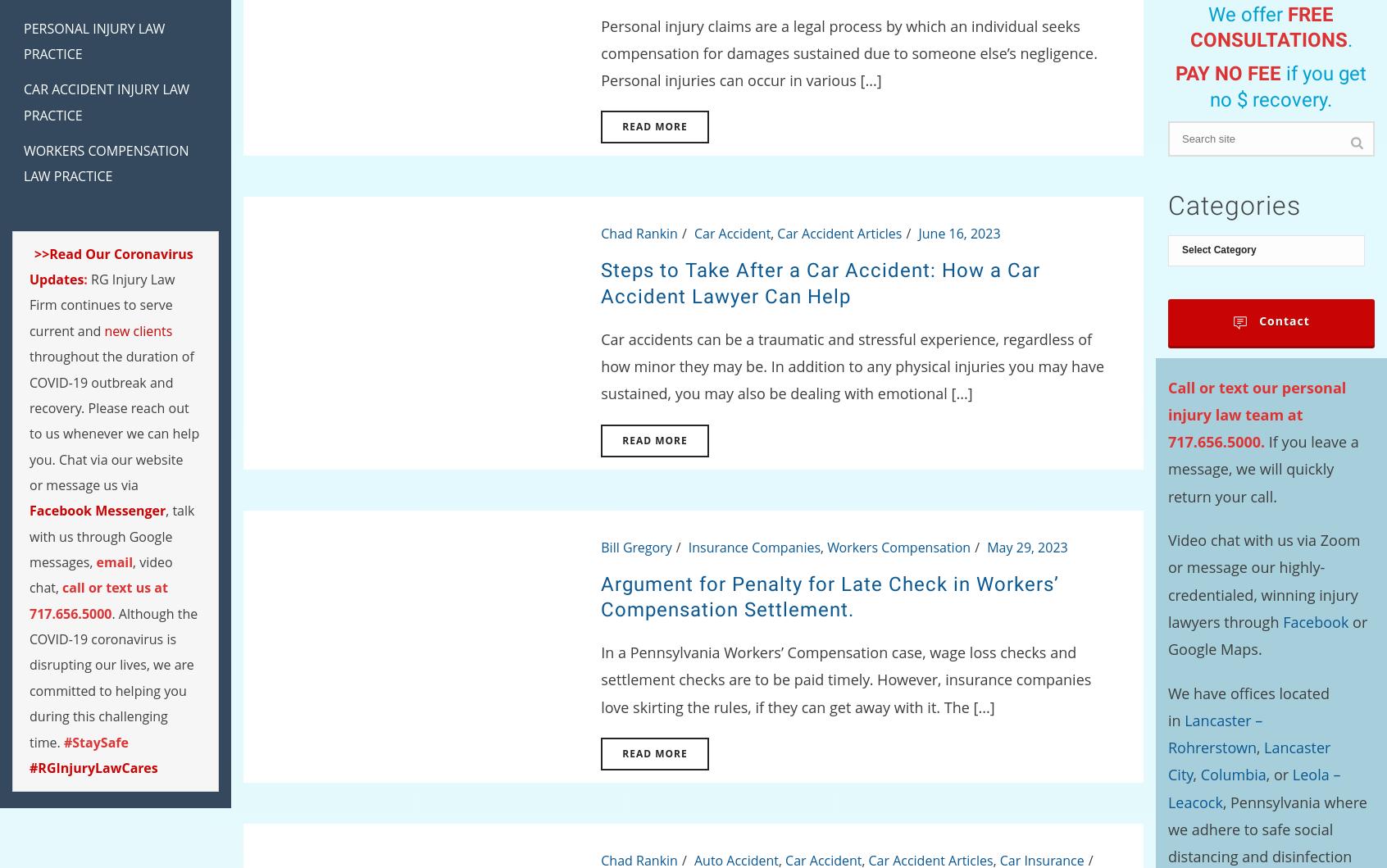 Image resolution: width=1387 pixels, height=868 pixels. I want to click on 'Personal Injury Law Practice', so click(22, 40).